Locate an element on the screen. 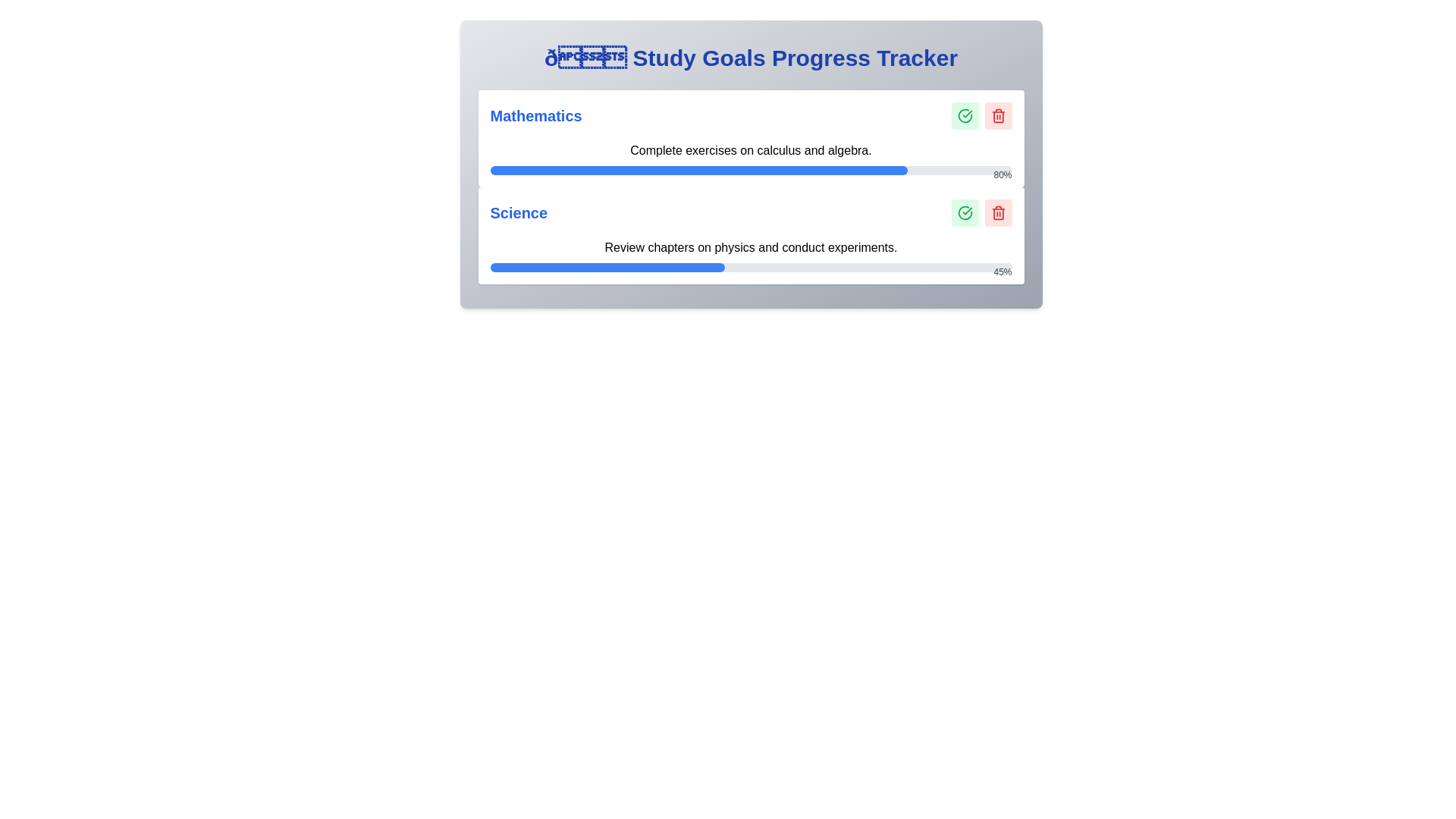 Image resolution: width=1456 pixels, height=819 pixels. the green checkmark icon button located in the second task group of the Study Goals Progress Tracker layout to mark the task as completed is located at coordinates (964, 213).